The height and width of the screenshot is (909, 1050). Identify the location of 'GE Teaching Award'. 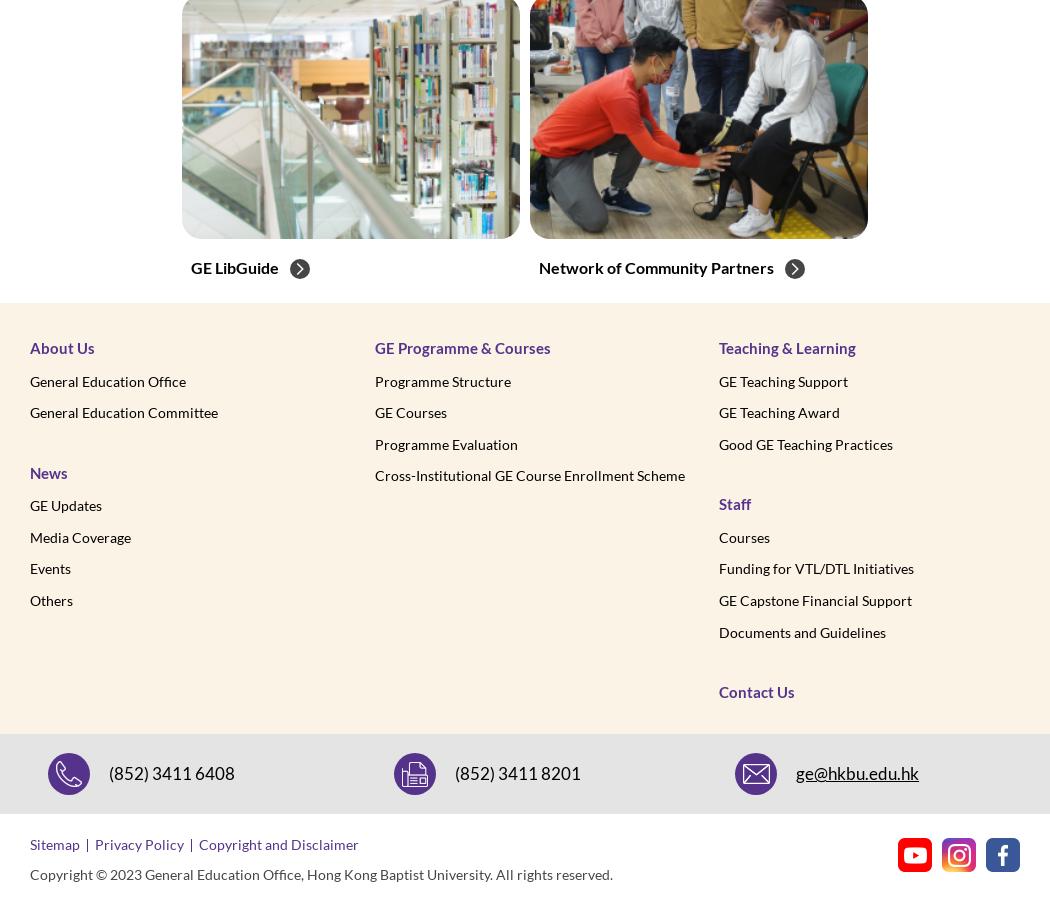
(779, 412).